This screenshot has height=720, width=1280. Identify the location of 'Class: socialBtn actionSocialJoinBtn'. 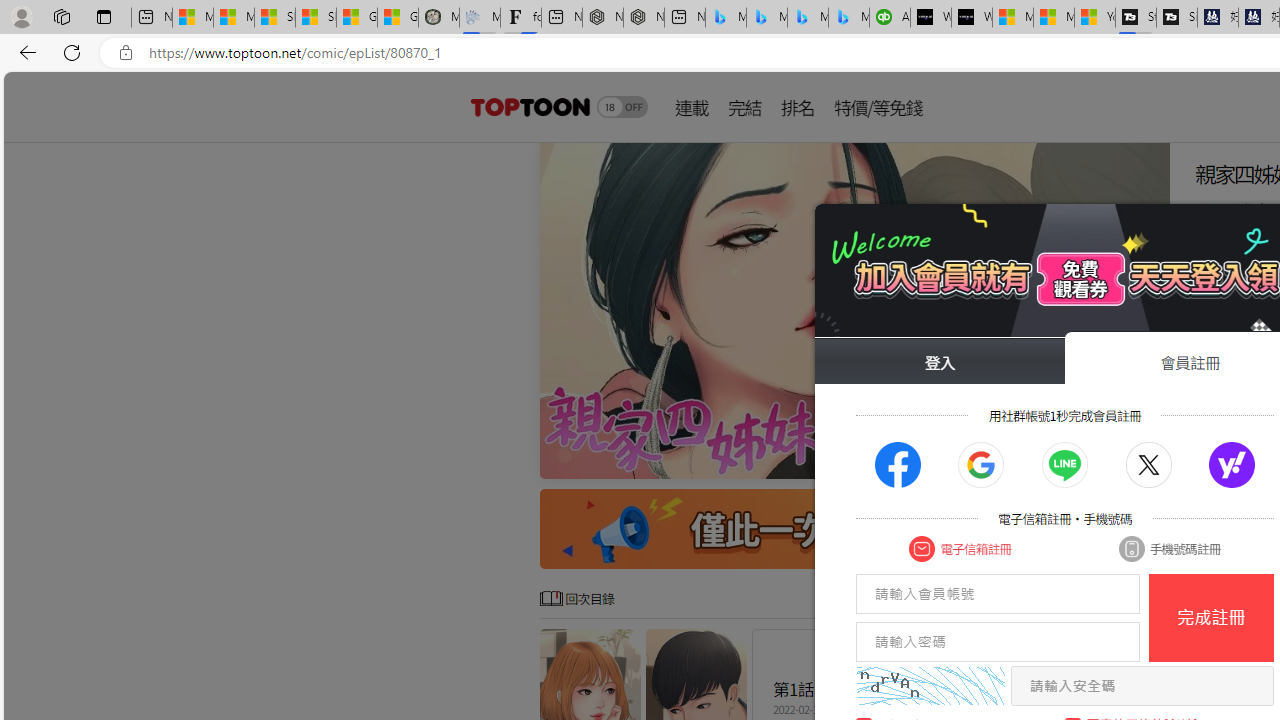
(1231, 465).